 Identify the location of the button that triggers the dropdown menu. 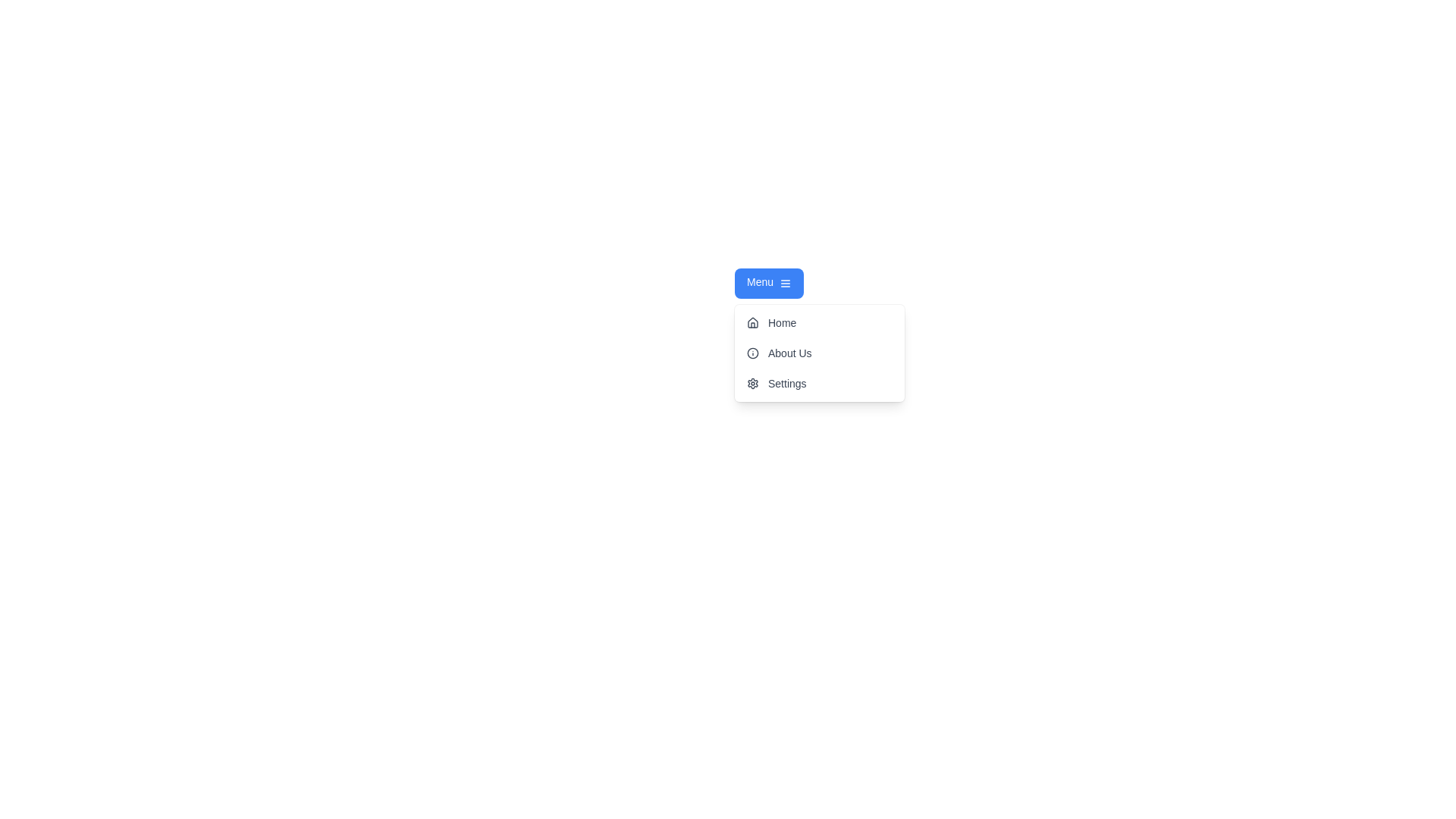
(769, 284).